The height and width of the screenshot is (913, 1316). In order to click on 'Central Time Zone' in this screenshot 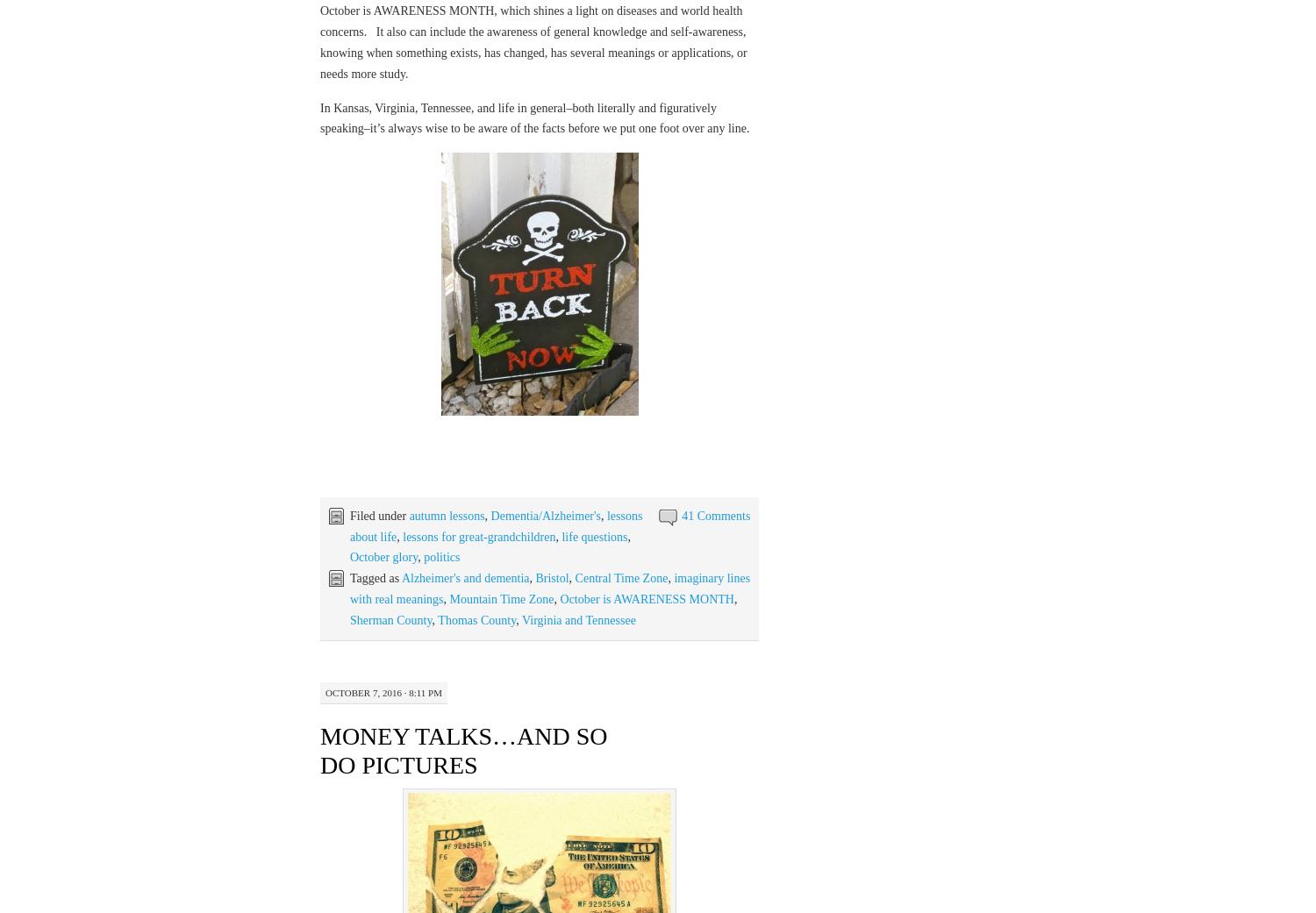, I will do `click(620, 577)`.